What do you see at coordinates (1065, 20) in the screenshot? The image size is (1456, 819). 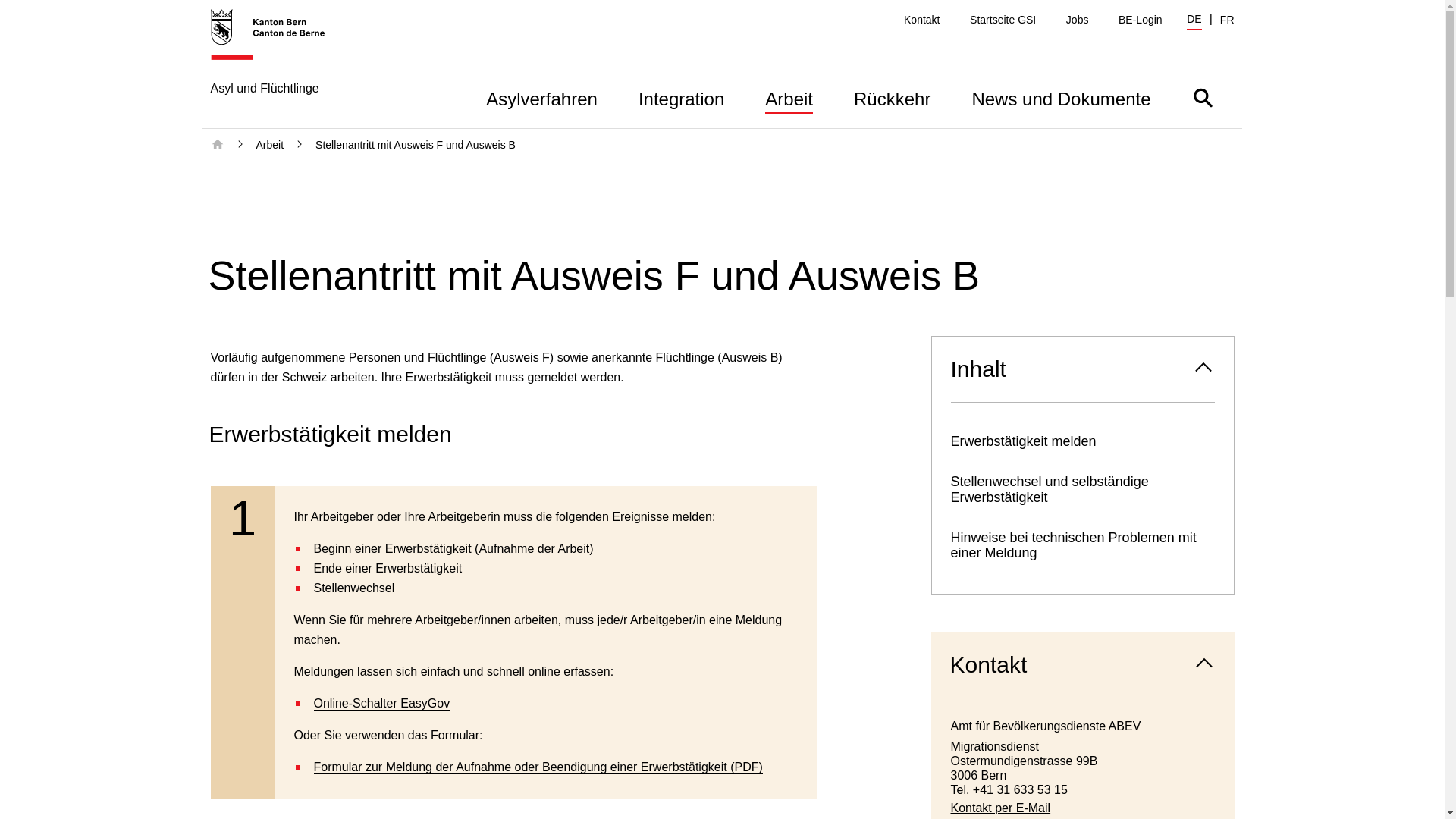 I see `'Jobs'` at bounding box center [1065, 20].